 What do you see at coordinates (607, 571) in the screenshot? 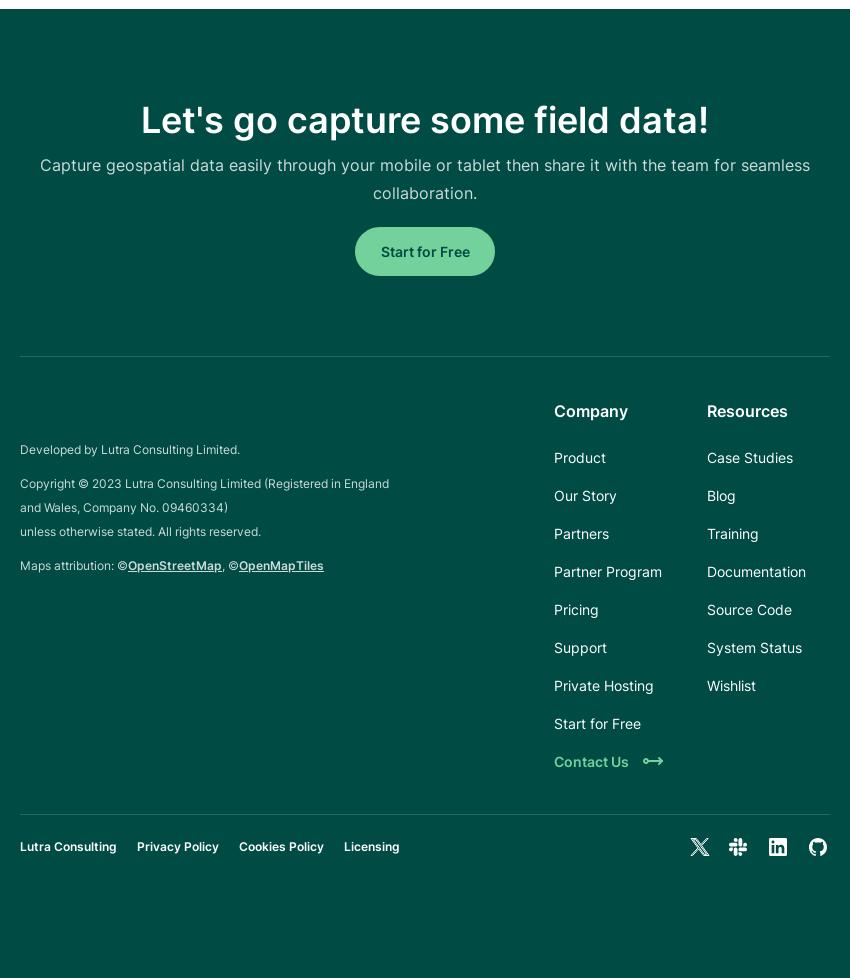
I see `'Partner Program'` at bounding box center [607, 571].